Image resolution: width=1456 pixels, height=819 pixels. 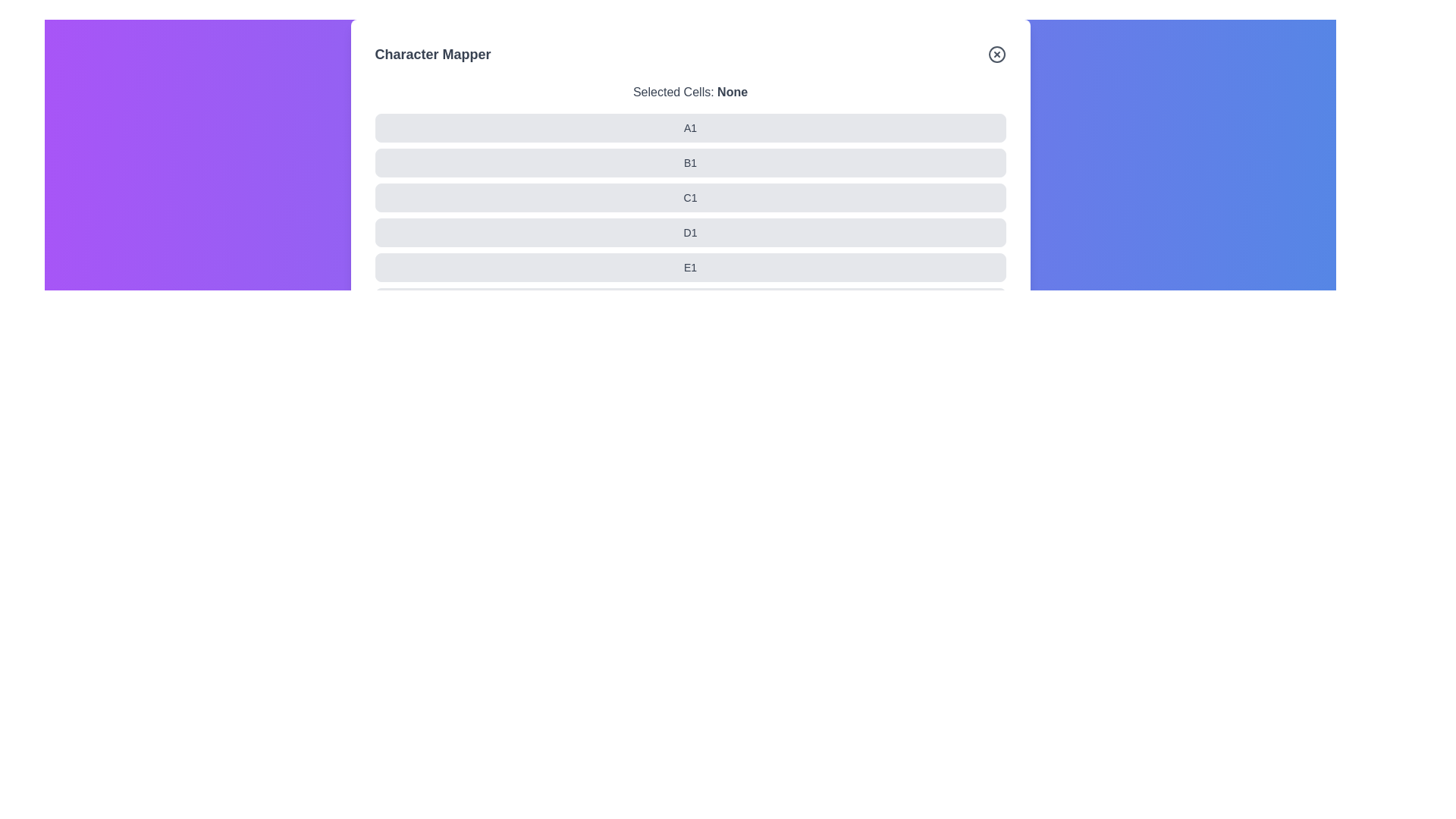 What do you see at coordinates (375, 267) in the screenshot?
I see `the cell labeled E1 in the grid` at bounding box center [375, 267].